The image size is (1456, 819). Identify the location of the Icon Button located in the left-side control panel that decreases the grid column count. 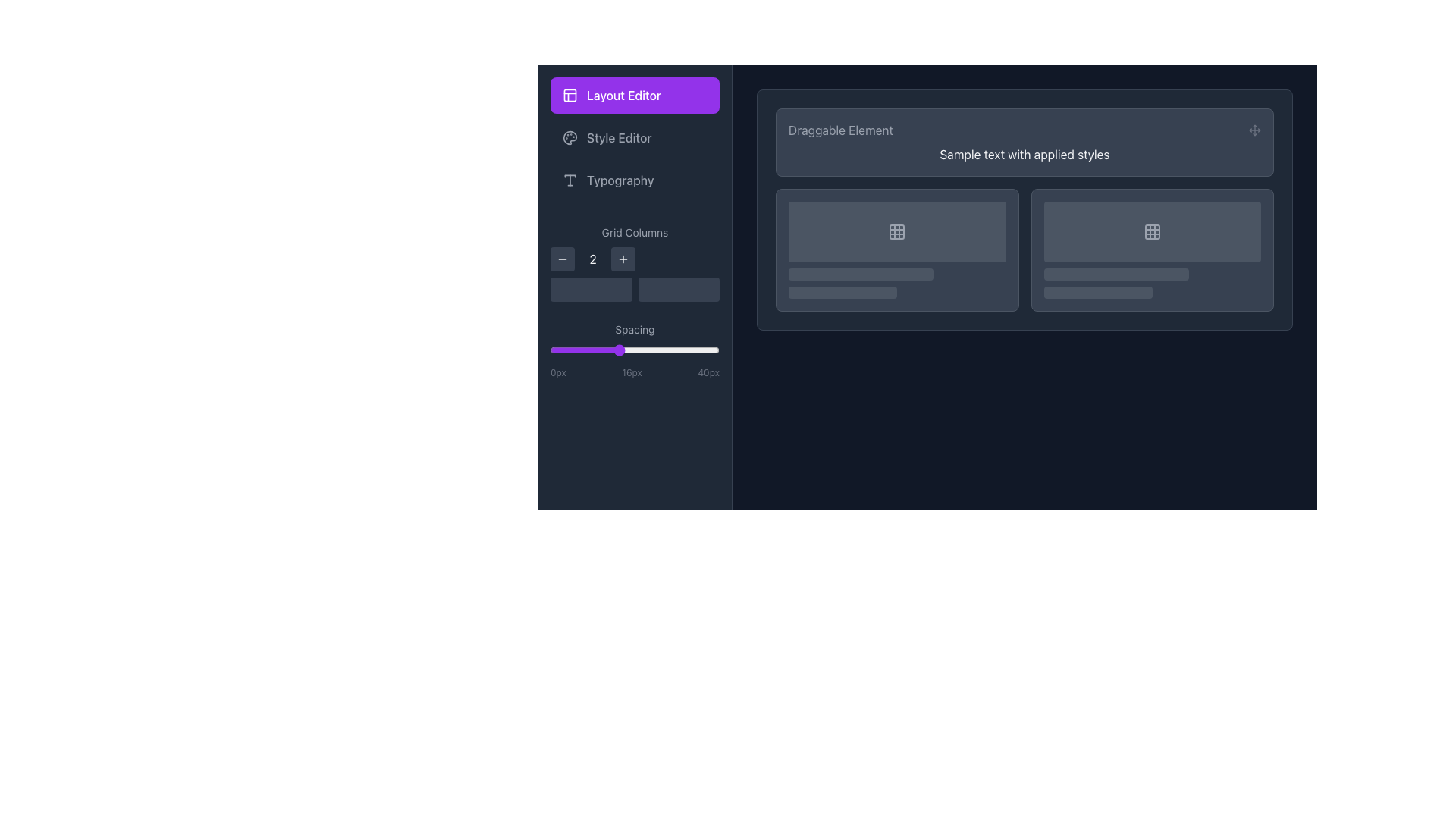
(562, 259).